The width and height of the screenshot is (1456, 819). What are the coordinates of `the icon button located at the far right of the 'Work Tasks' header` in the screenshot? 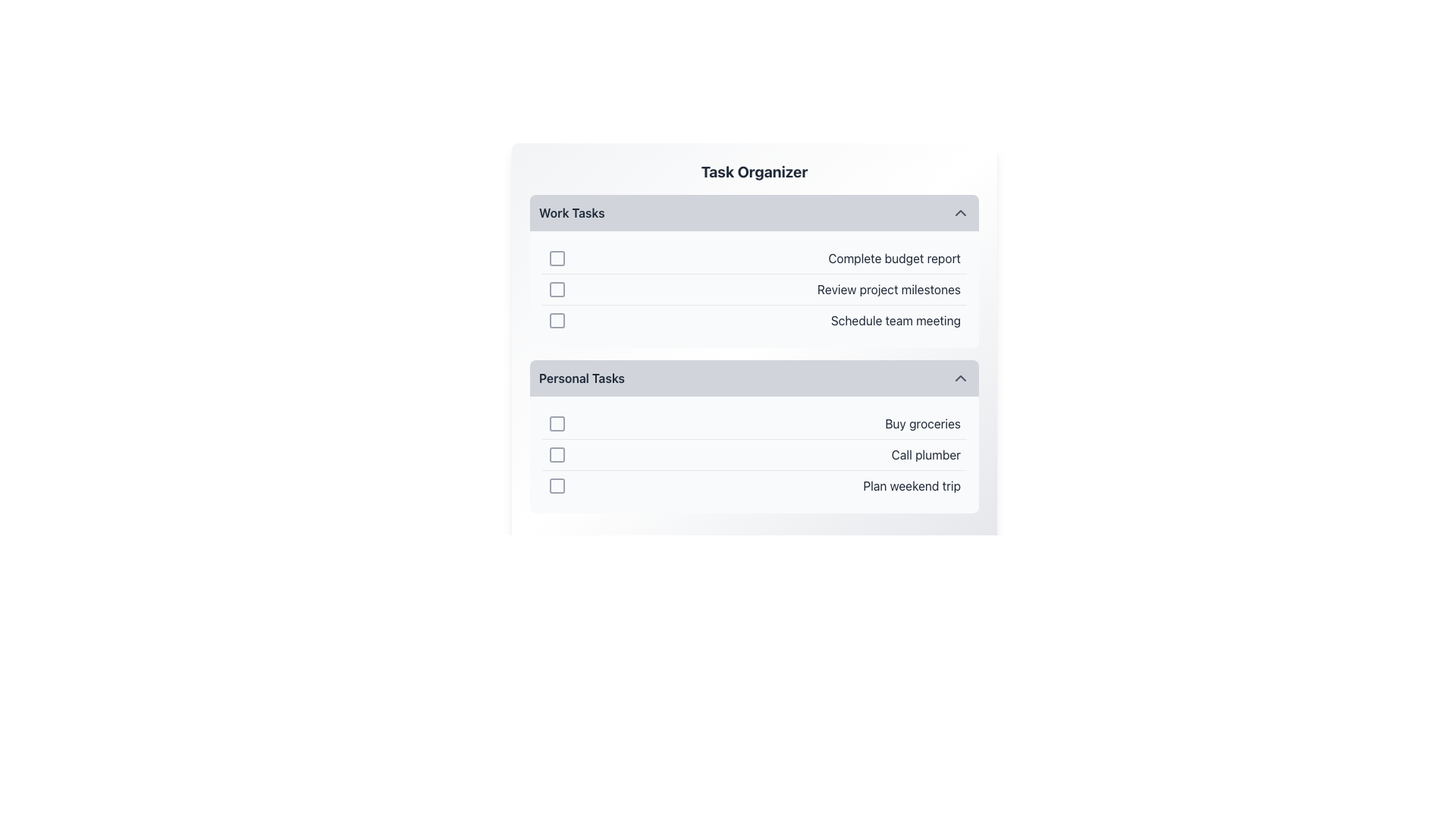 It's located at (960, 213).